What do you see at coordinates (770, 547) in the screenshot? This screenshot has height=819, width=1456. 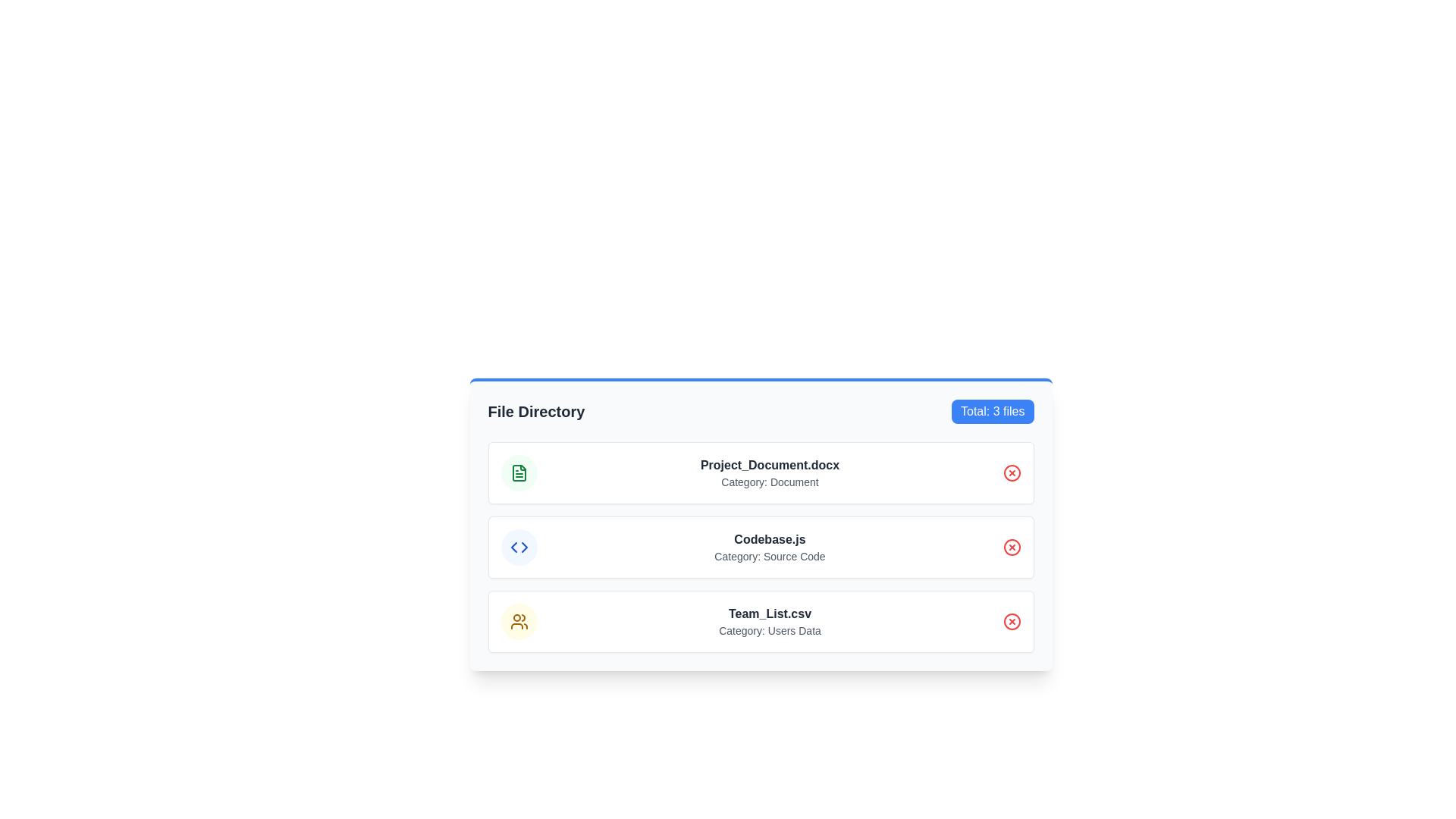 I see `the text display component representing the file 'Codebase.js' which is the second item in the vertical list of files in the file directory interface` at bounding box center [770, 547].